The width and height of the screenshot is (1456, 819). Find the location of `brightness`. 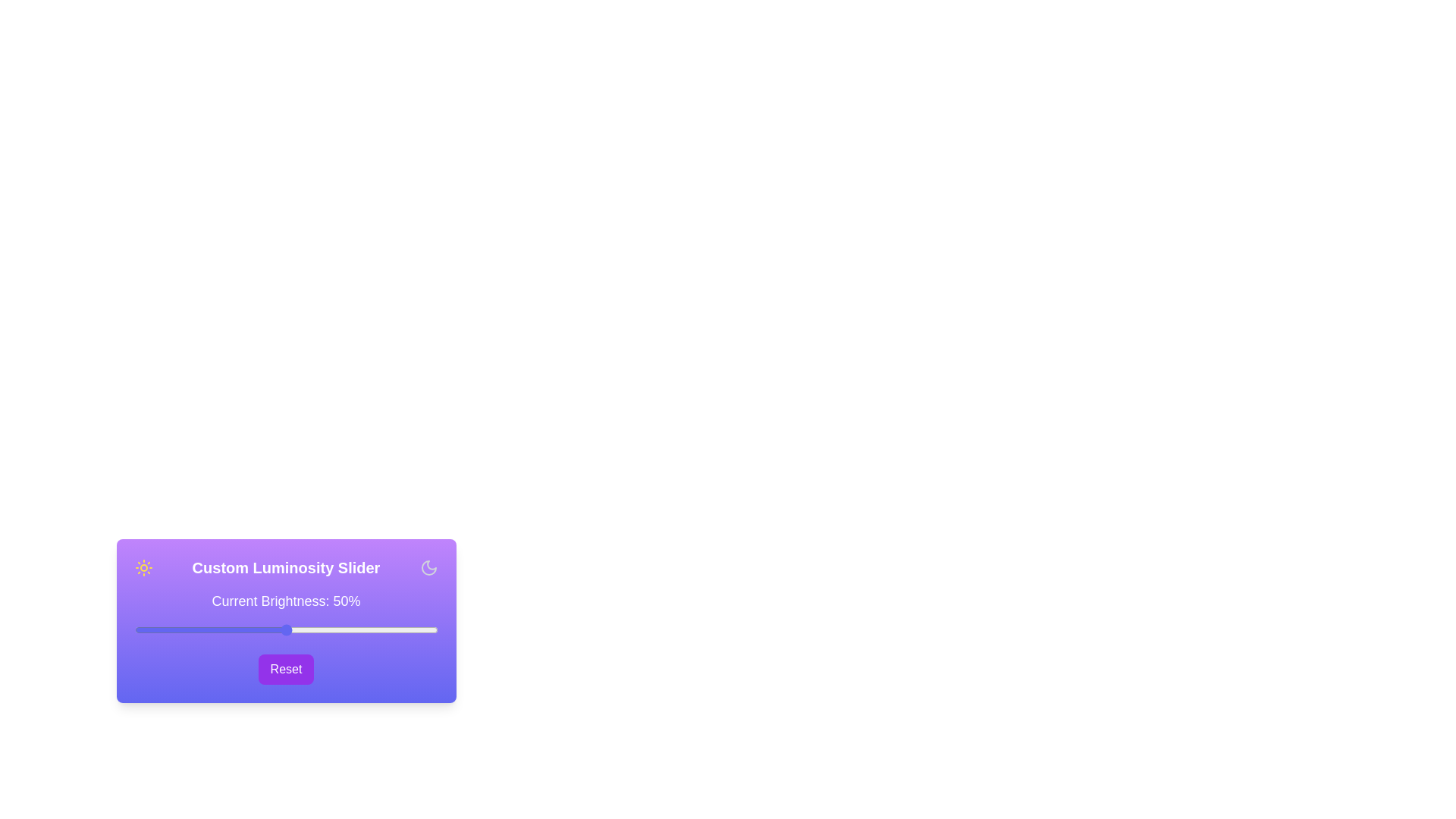

brightness is located at coordinates (386, 629).